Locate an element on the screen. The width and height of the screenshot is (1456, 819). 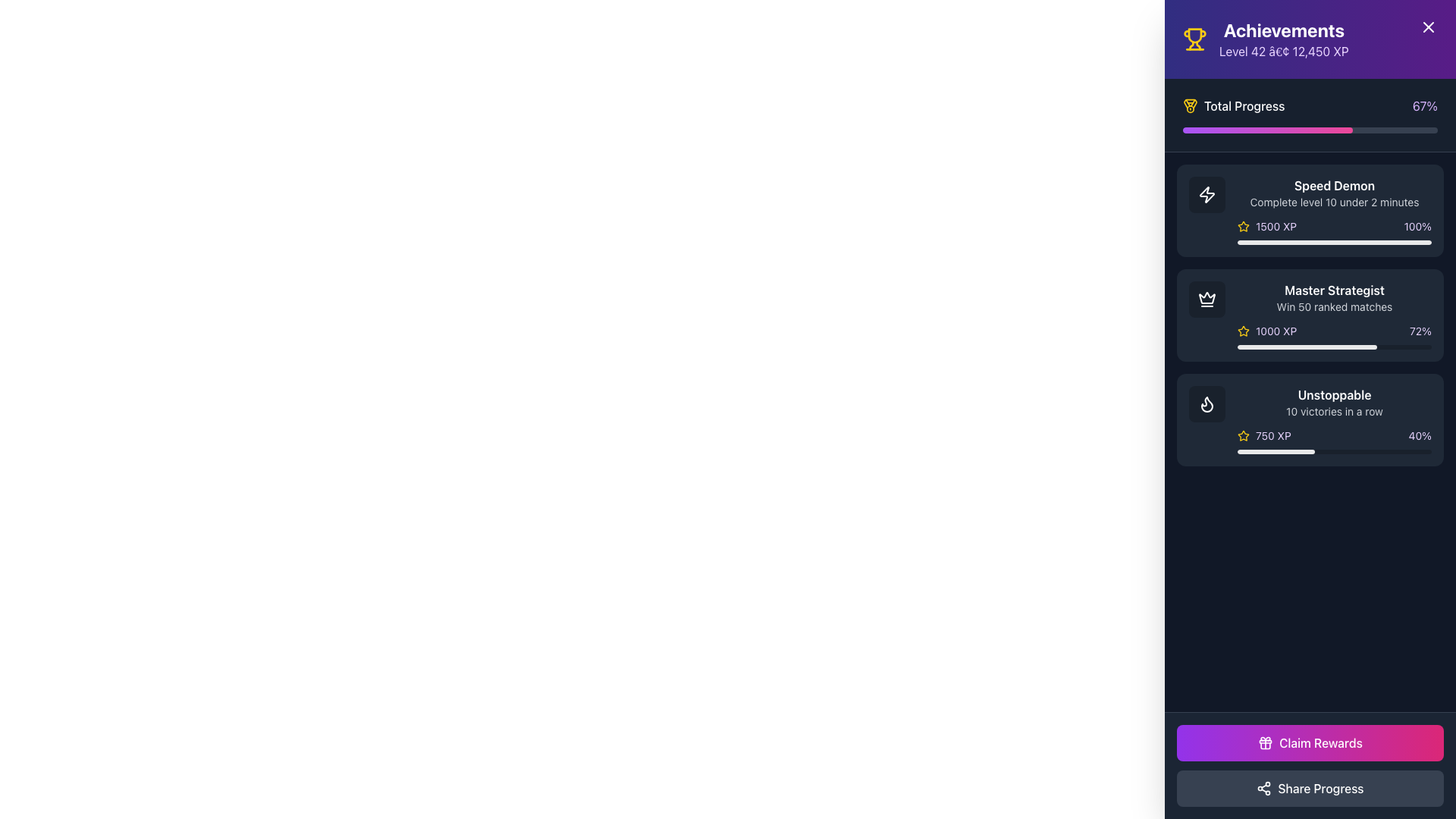
properties of the Text Label indicating the progress of the 'Unstoppable' achievement, which shows that 40% of the target has been completed is located at coordinates (1419, 435).